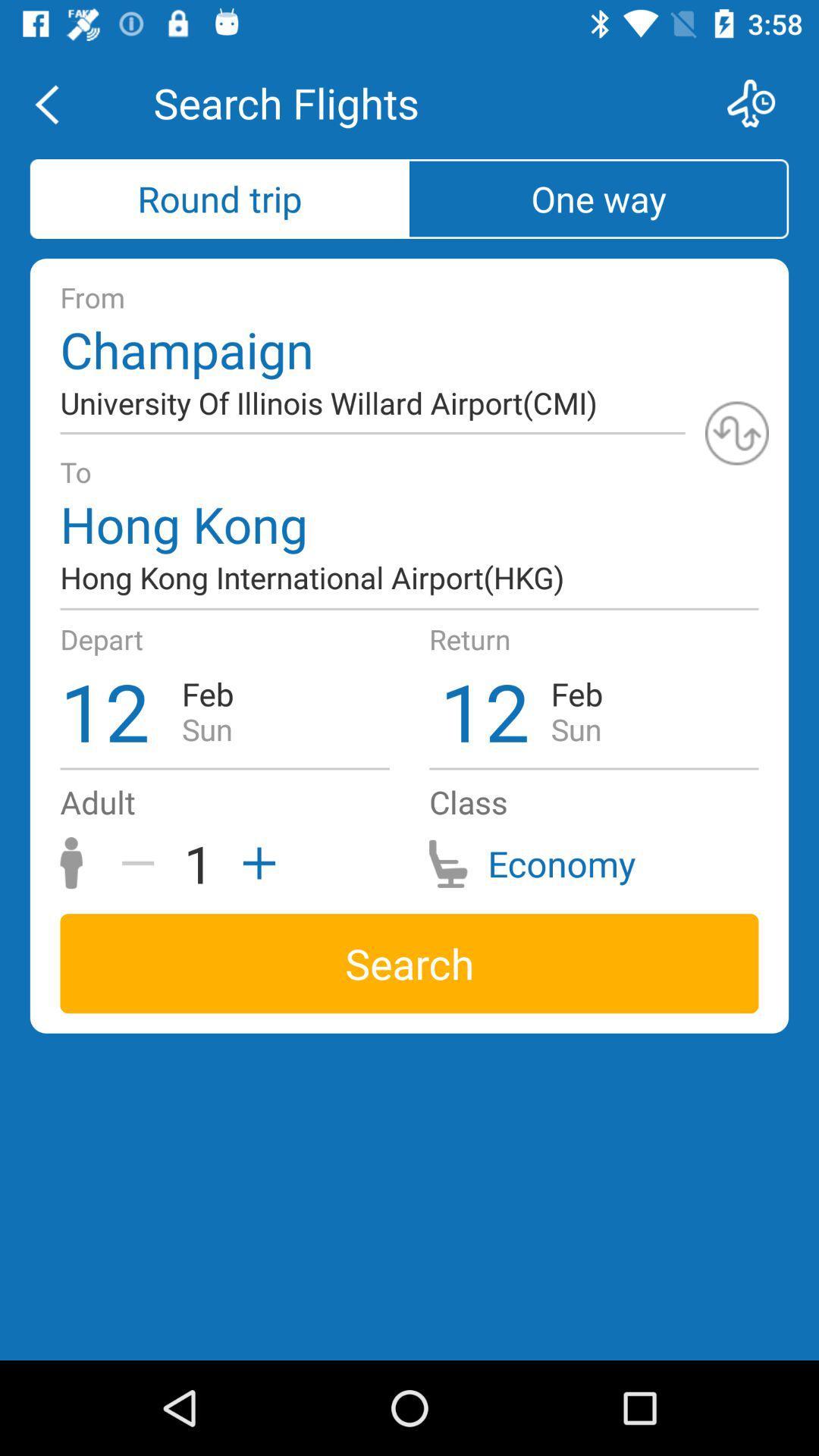 Image resolution: width=819 pixels, height=1456 pixels. Describe the element at coordinates (736, 432) in the screenshot. I see `reverse locations` at that location.